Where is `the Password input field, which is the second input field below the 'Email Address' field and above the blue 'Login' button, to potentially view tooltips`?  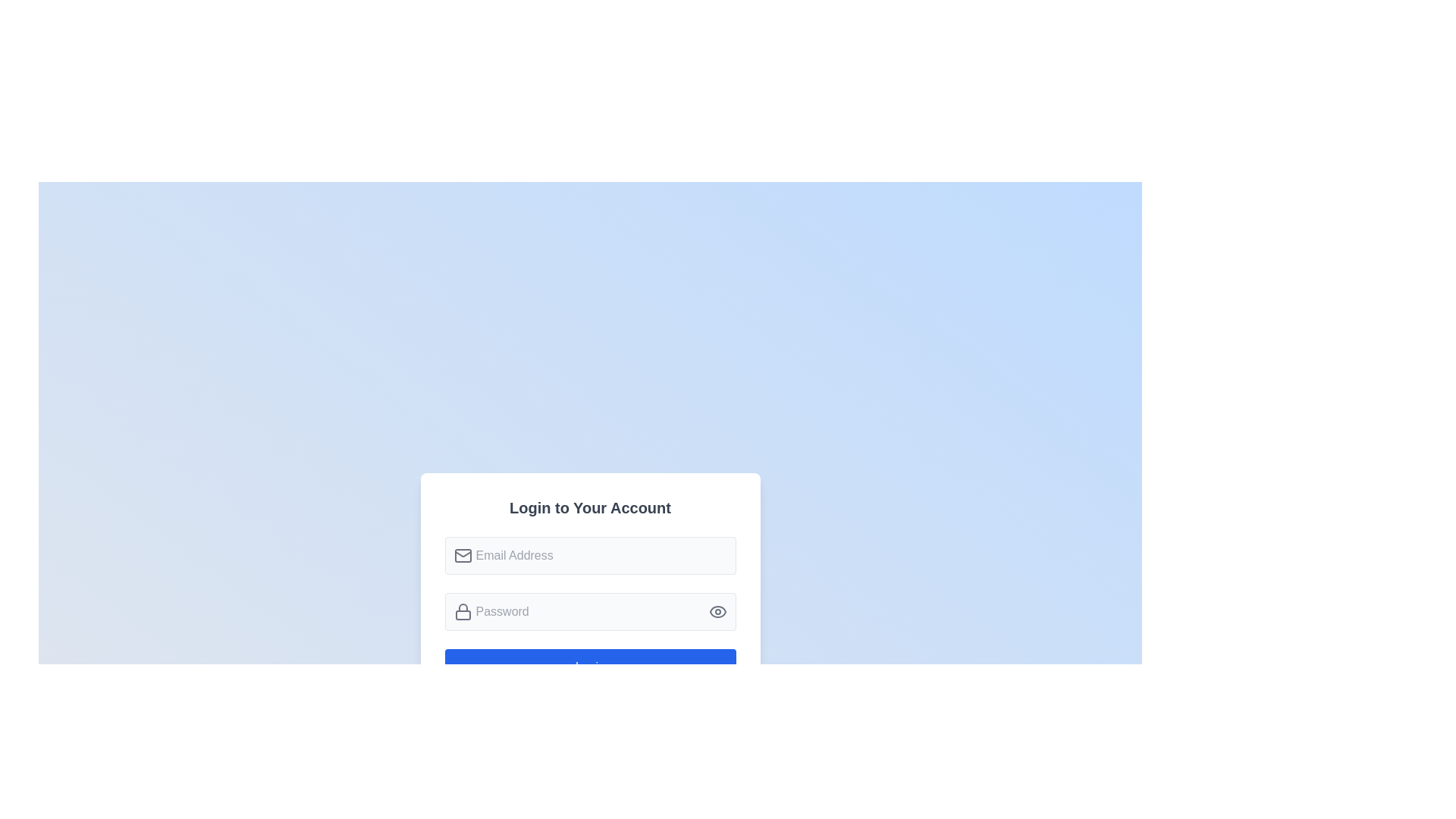 the Password input field, which is the second input field below the 'Email Address' field and above the blue 'Login' button, to potentially view tooltips is located at coordinates (589, 610).